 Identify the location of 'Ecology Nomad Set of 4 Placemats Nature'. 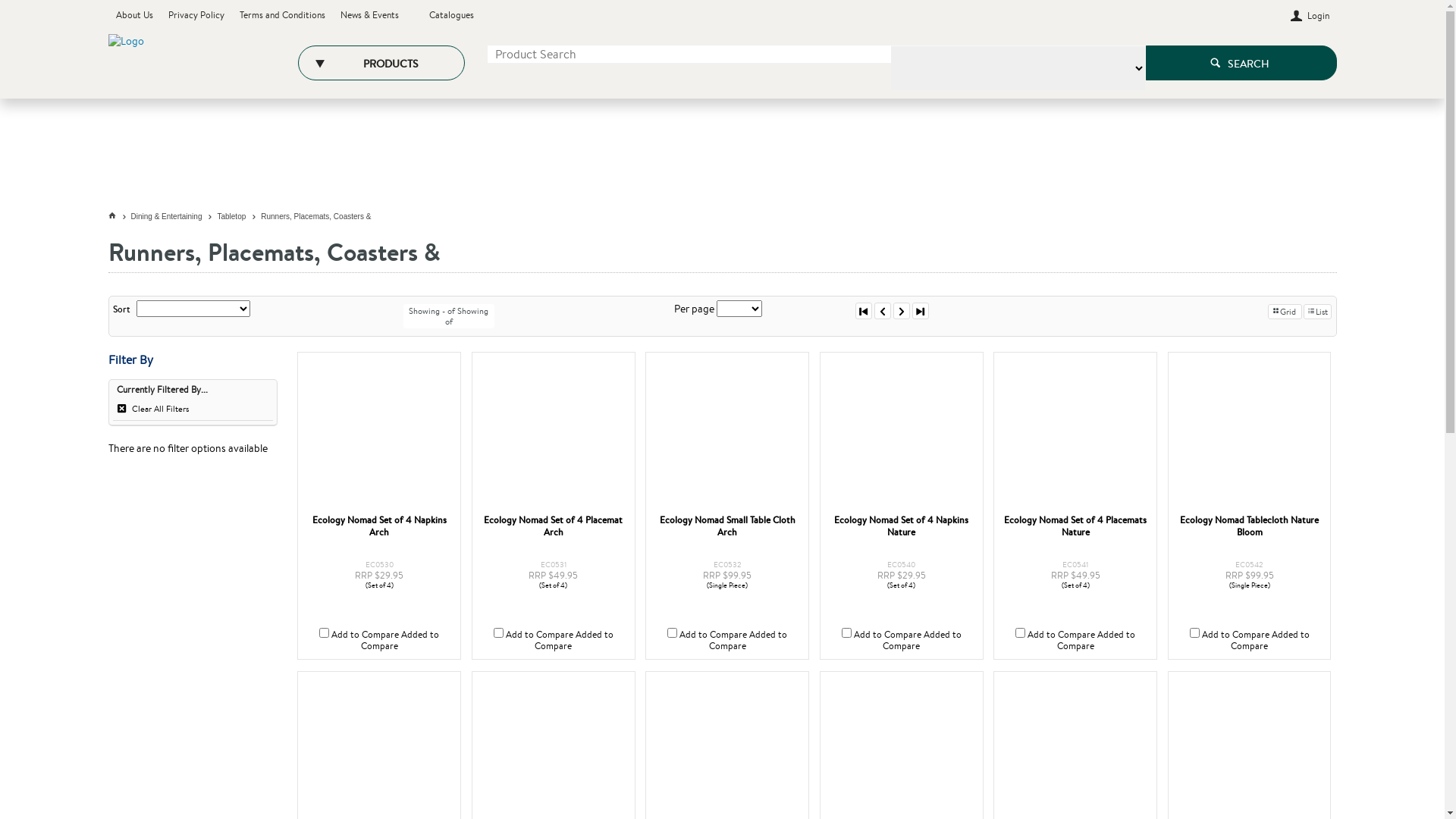
(1074, 526).